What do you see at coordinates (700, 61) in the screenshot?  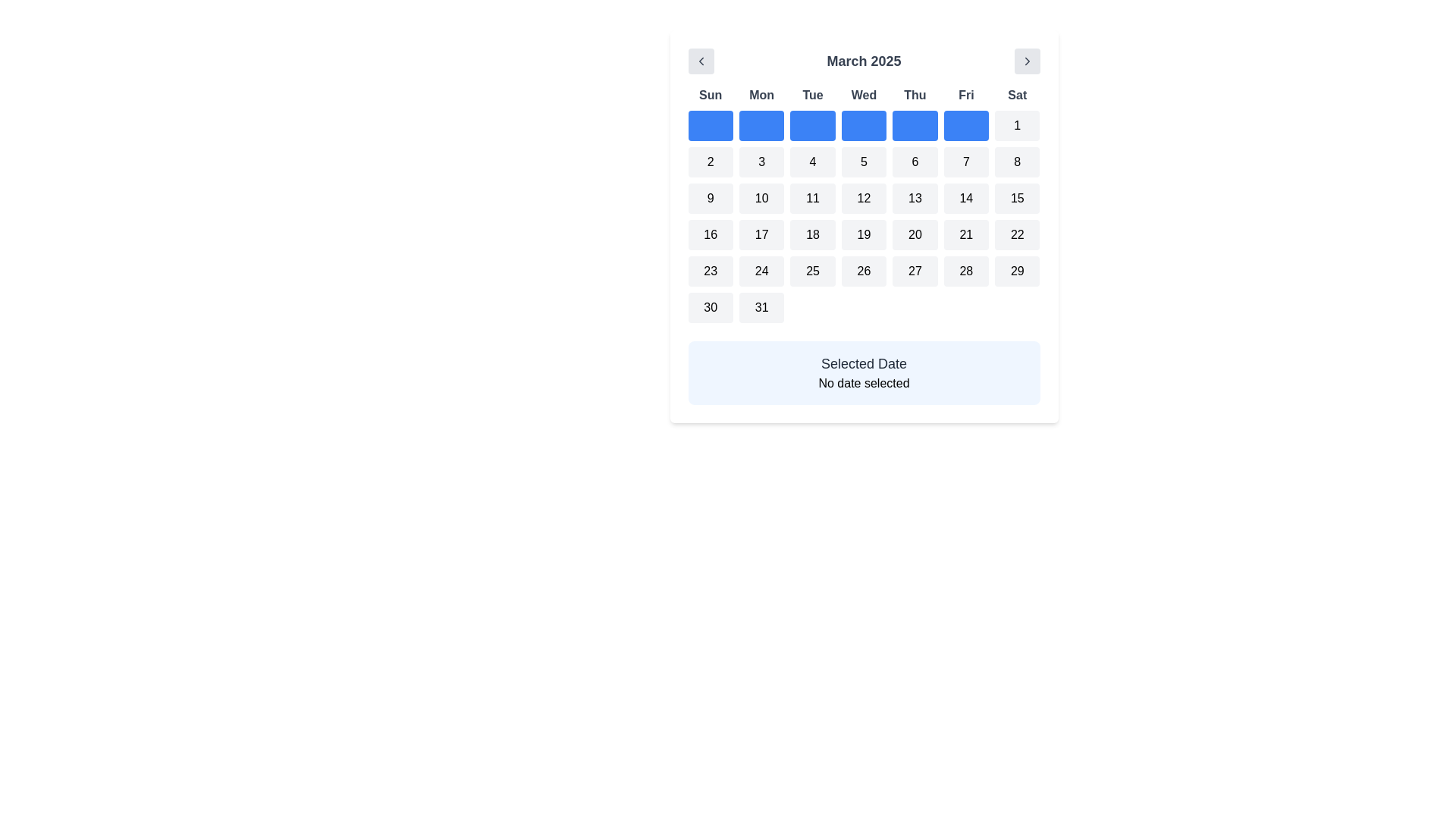 I see `the leftward chevron icon, which is part of a navigation control above the calendar display, to trigger an action hint` at bounding box center [700, 61].